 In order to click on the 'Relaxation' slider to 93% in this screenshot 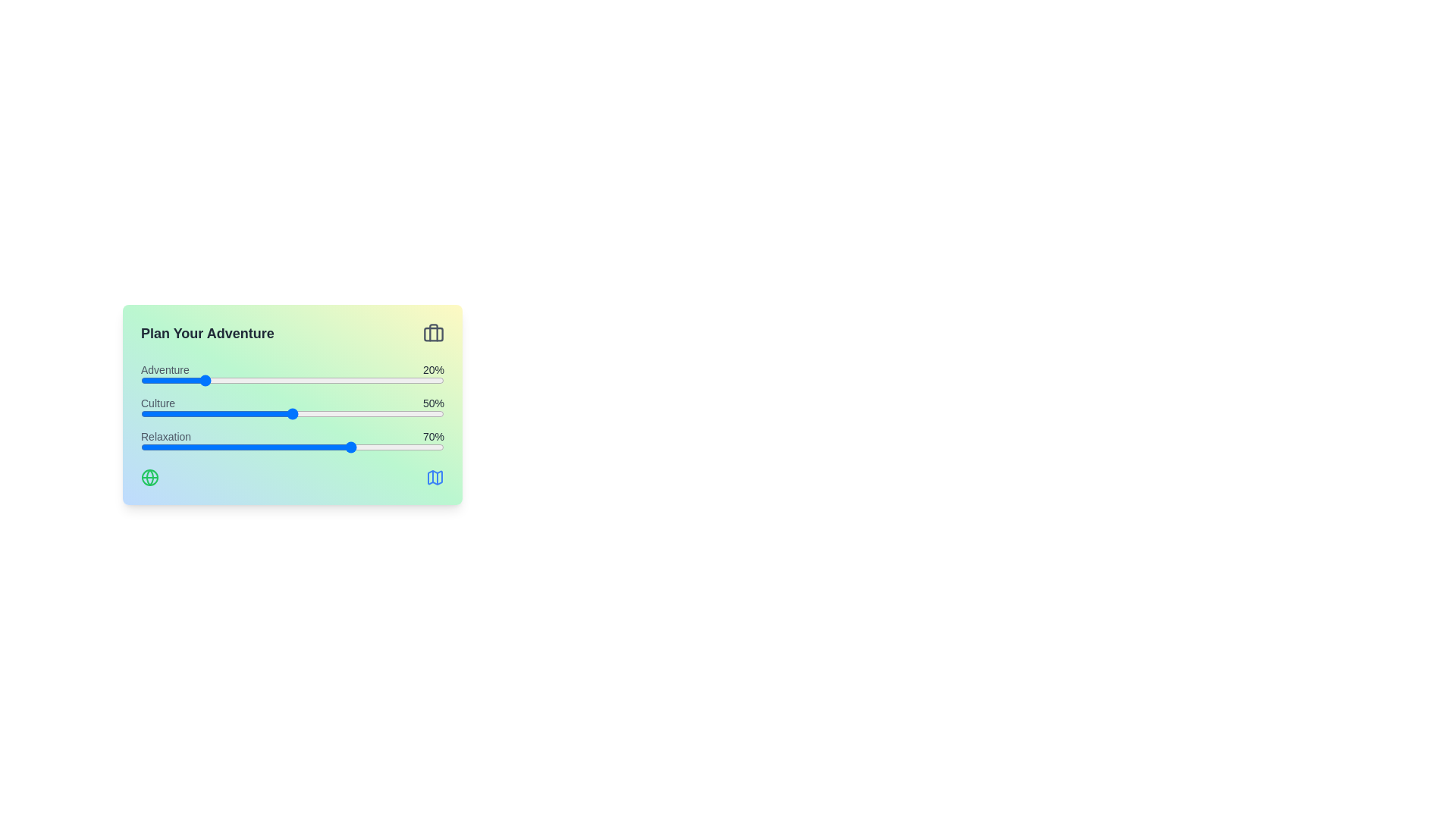, I will do `click(422, 447)`.